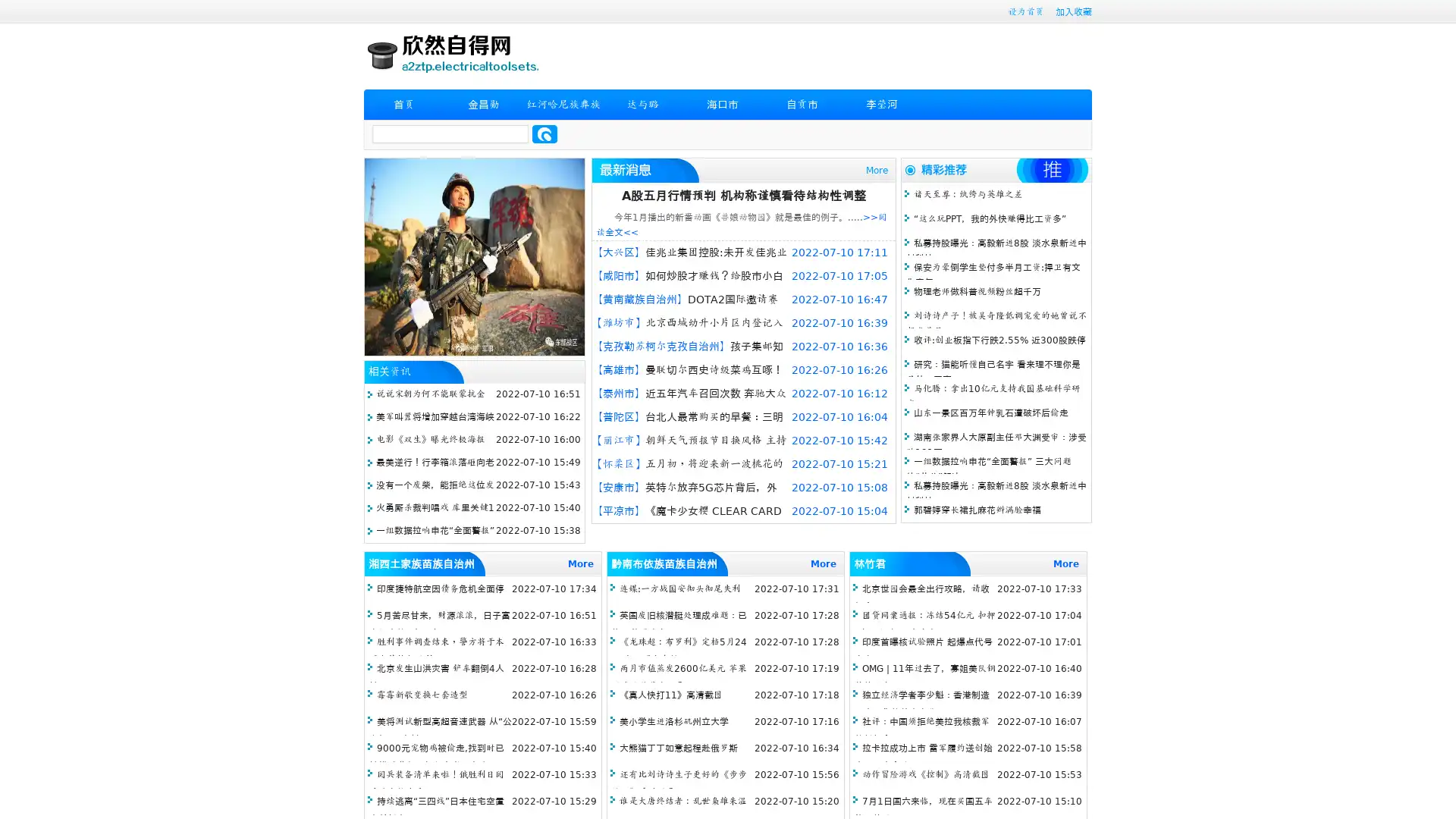 This screenshot has width=1456, height=819. What do you see at coordinates (544, 133) in the screenshot?
I see `Search` at bounding box center [544, 133].